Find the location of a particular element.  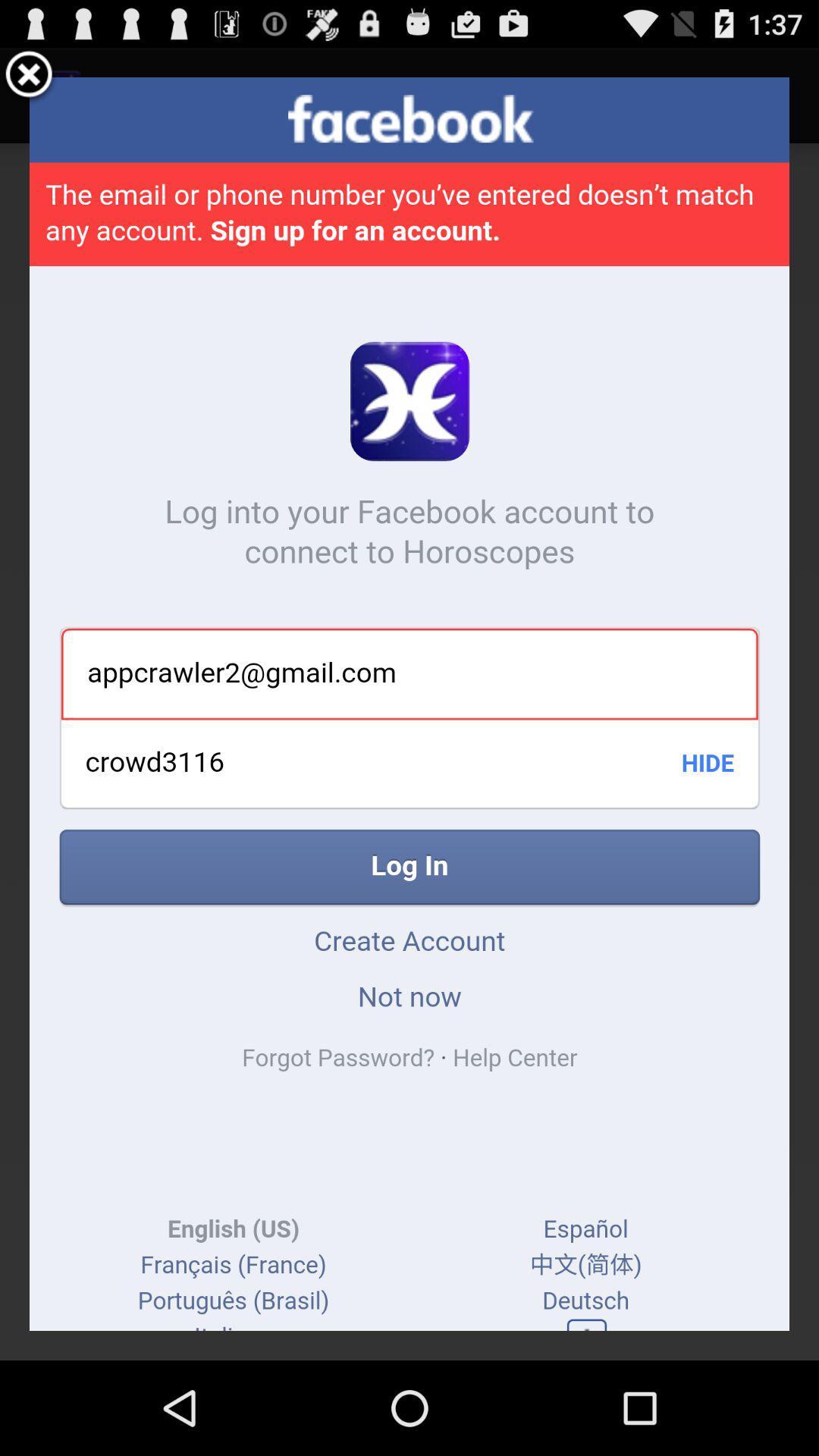

icon at the center is located at coordinates (409, 703).